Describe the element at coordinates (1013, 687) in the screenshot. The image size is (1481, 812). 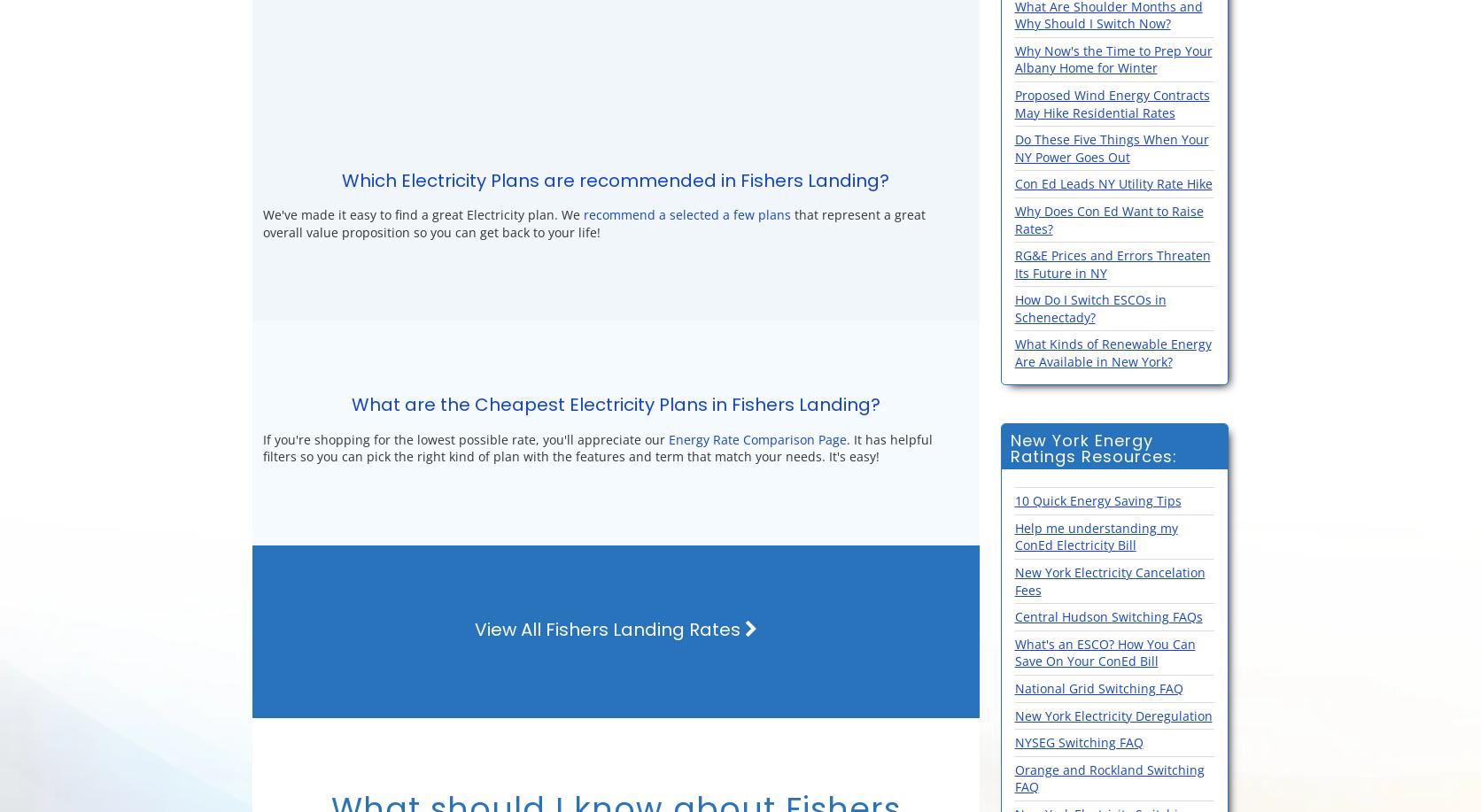
I see `'National Grid Switching FAQ'` at that location.